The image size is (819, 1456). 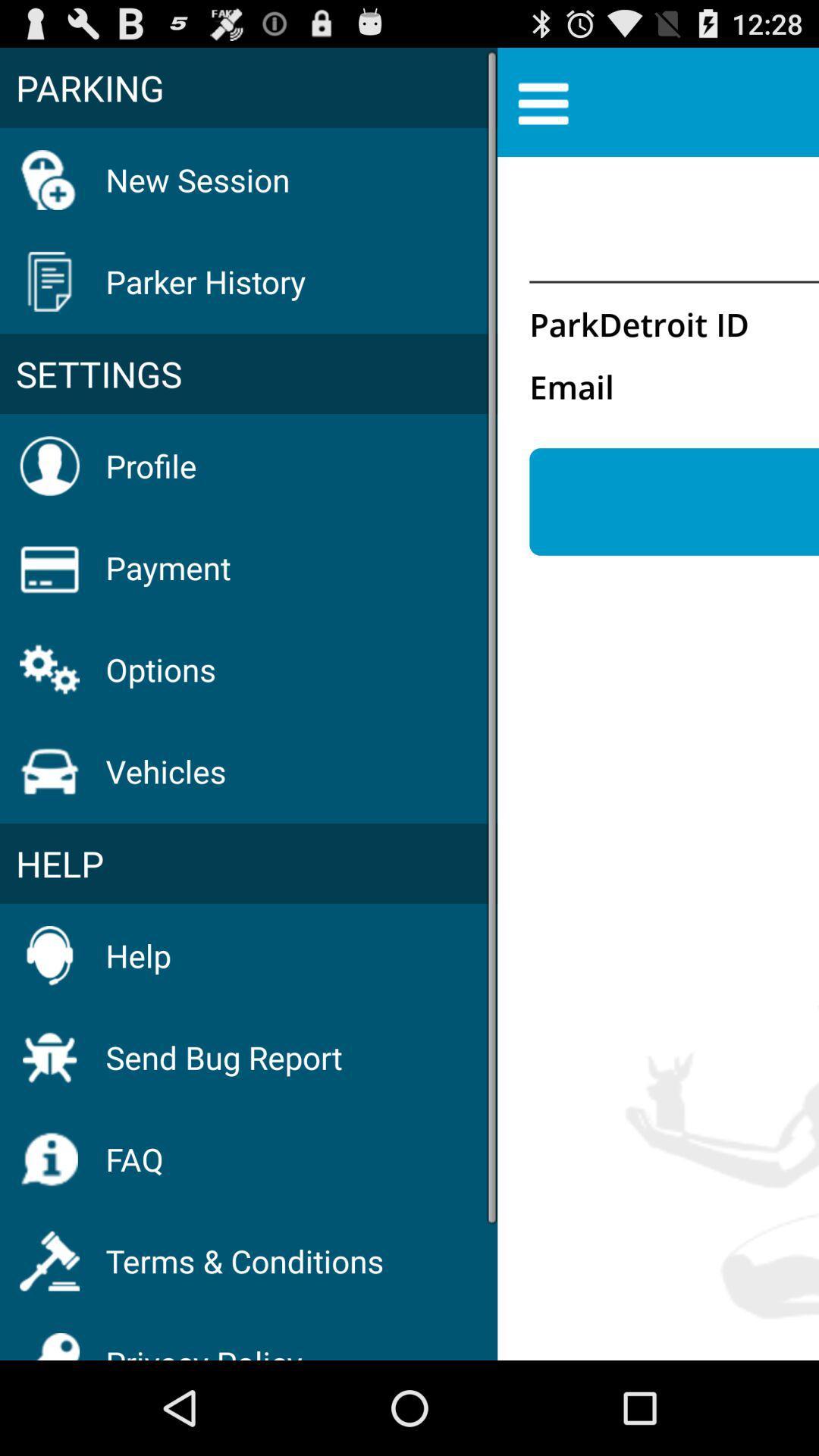 What do you see at coordinates (248, 374) in the screenshot?
I see `icon to the left of the parkdetroit id item` at bounding box center [248, 374].